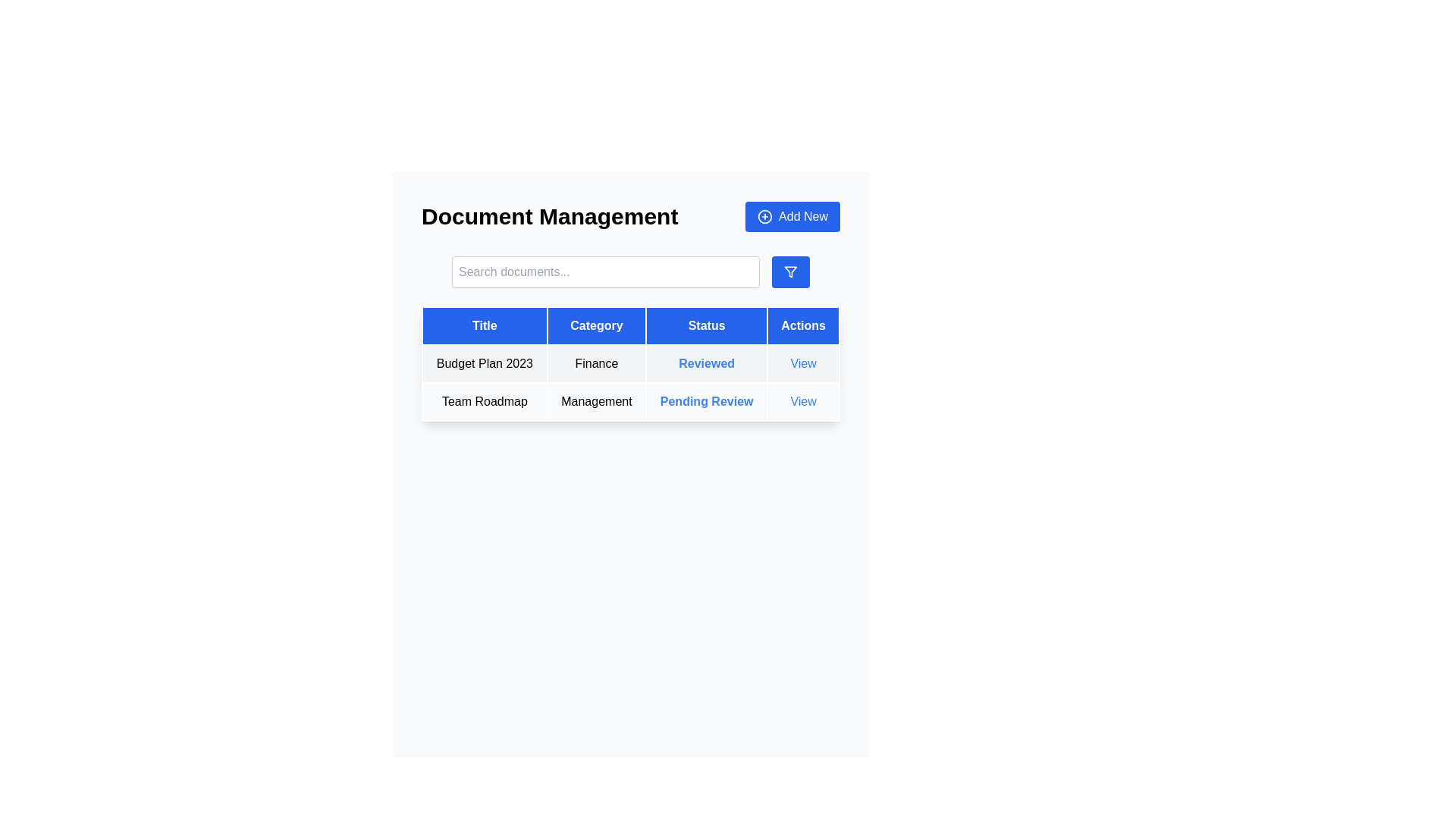 This screenshot has height=819, width=1456. What do you see at coordinates (484, 325) in the screenshot?
I see `text of the 'Title' header cell, which is the first header in a table that categorizes the following rows' data` at bounding box center [484, 325].